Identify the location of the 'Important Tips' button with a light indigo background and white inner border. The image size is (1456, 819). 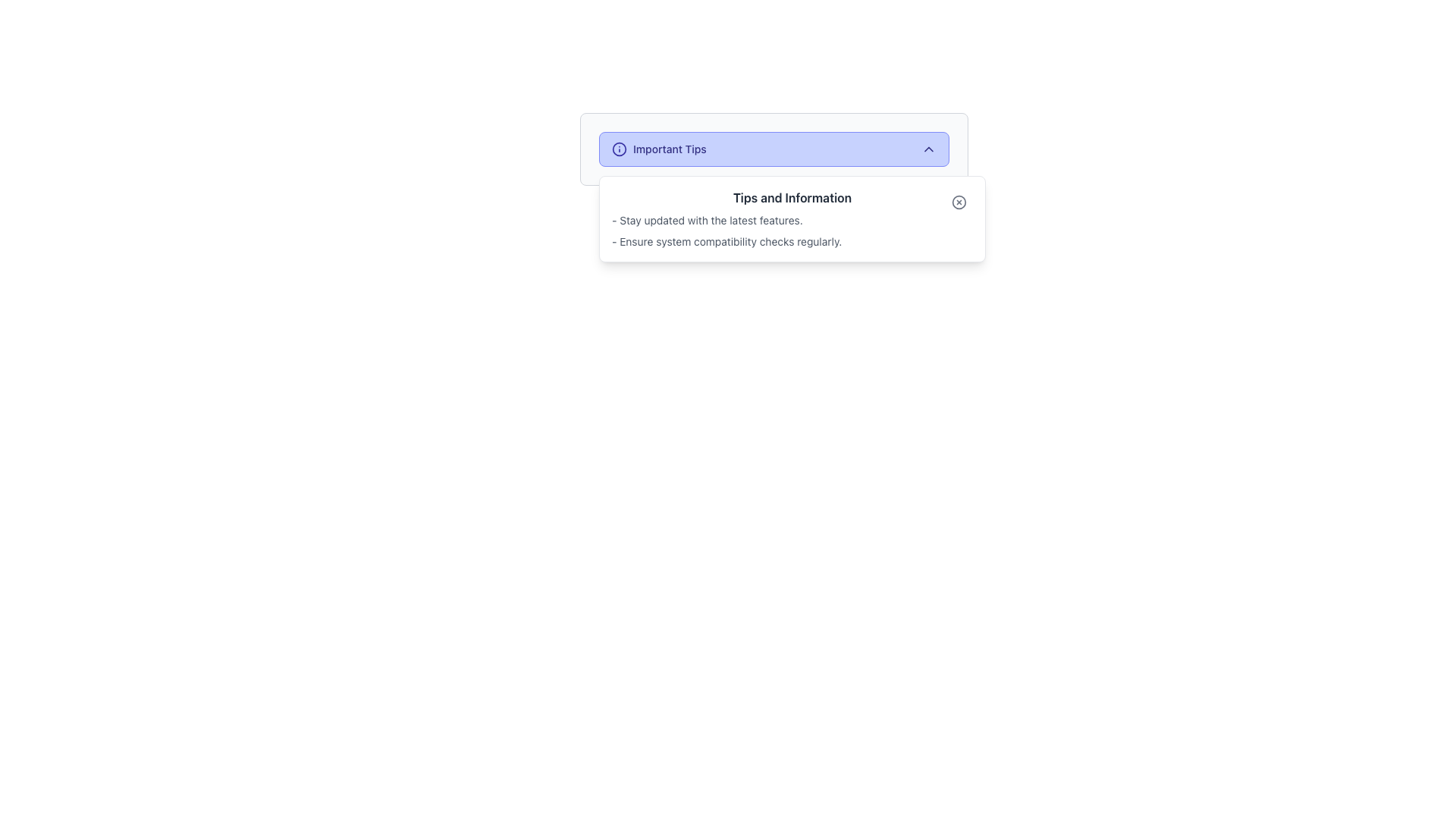
(774, 149).